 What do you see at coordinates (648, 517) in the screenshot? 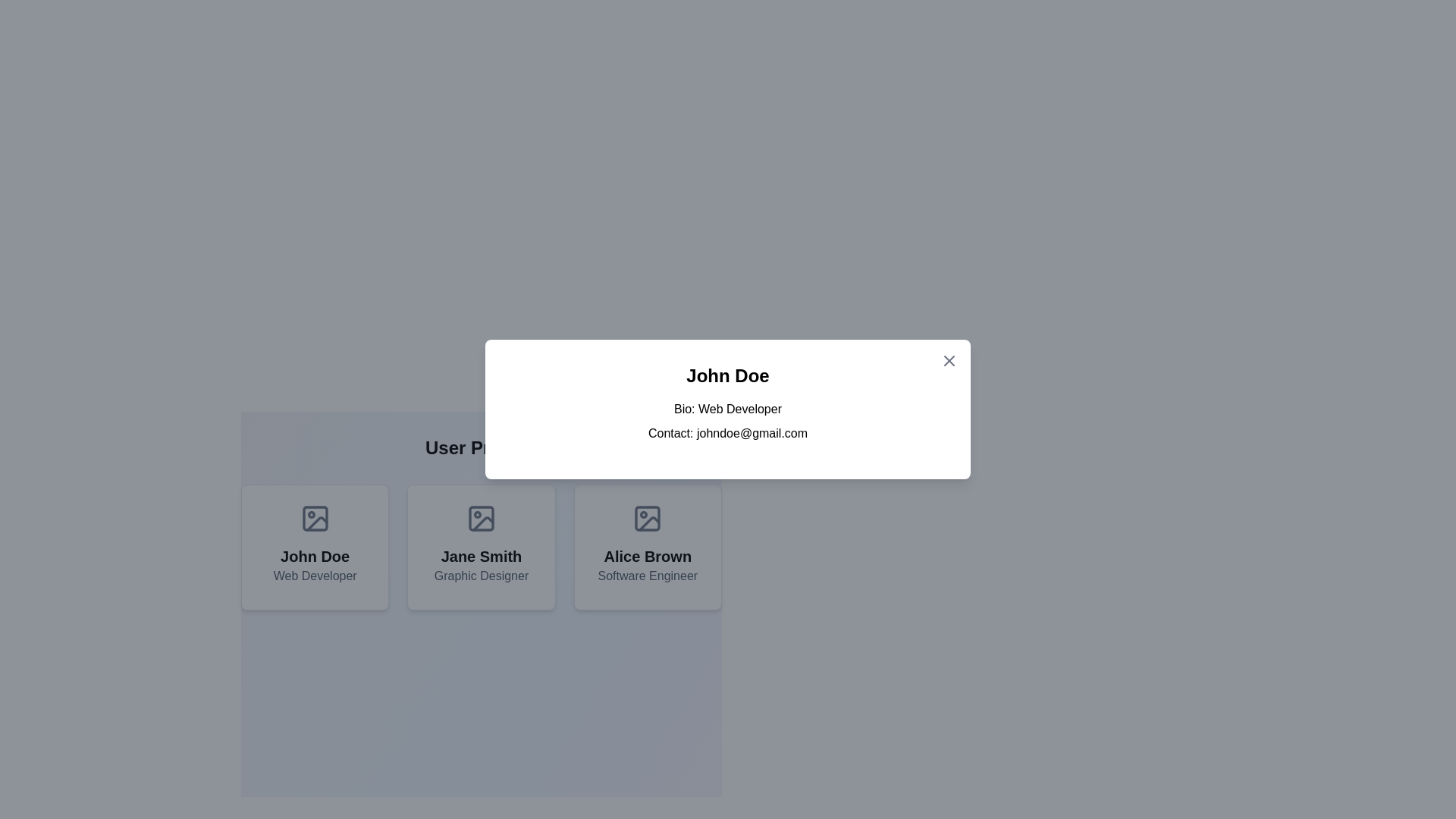
I see `the rectangular vector graphic component which is part of an SVG graphic icon, positioned in the center of the card above the name 'Alice Brown' and job title 'Software Engineer'` at bounding box center [648, 517].